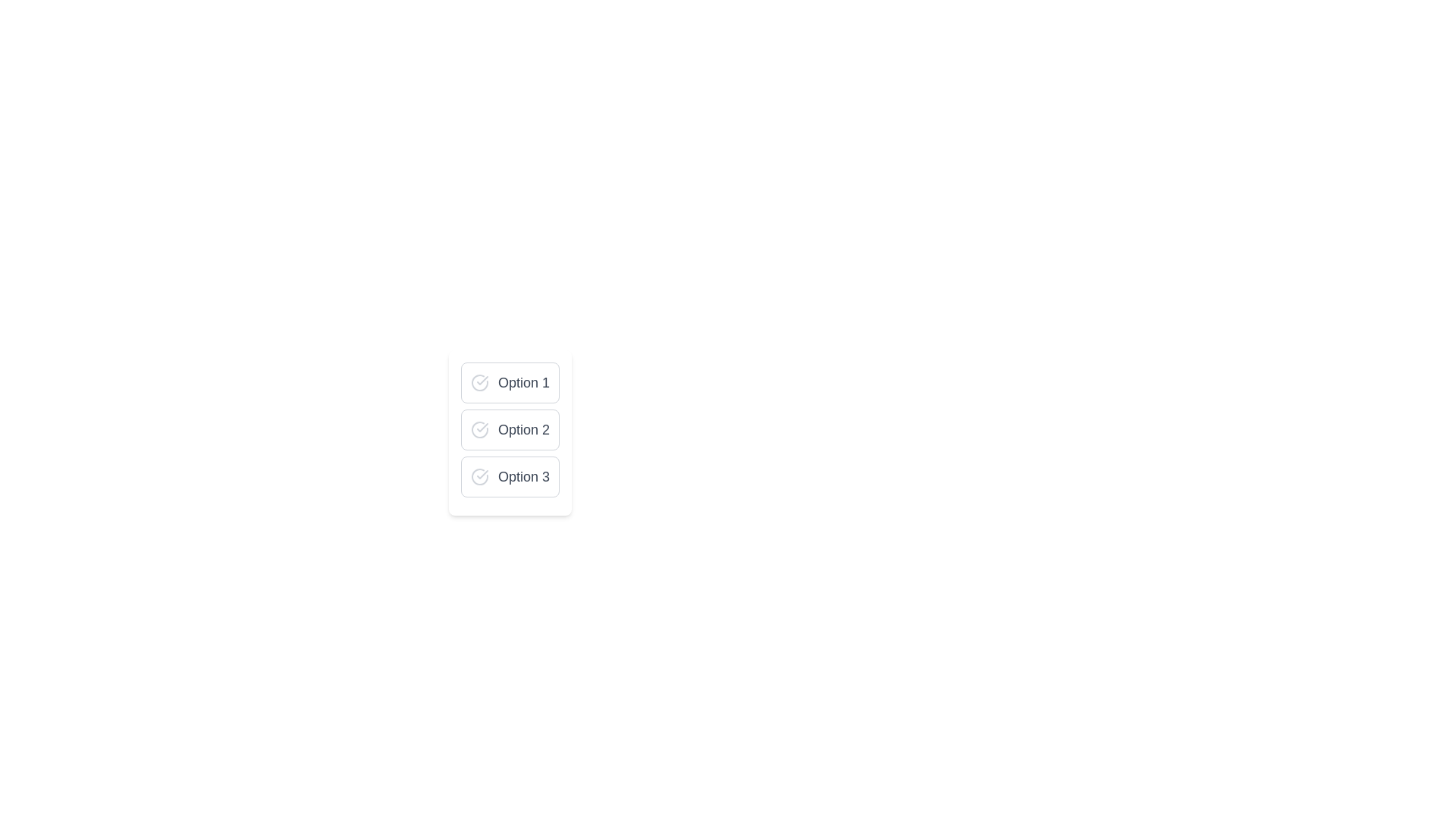  Describe the element at coordinates (479, 382) in the screenshot. I see `the surrounding option row by clicking on the circular gray icon with a checkmark inside, which is the first icon on the left of 'Option 1'` at that location.